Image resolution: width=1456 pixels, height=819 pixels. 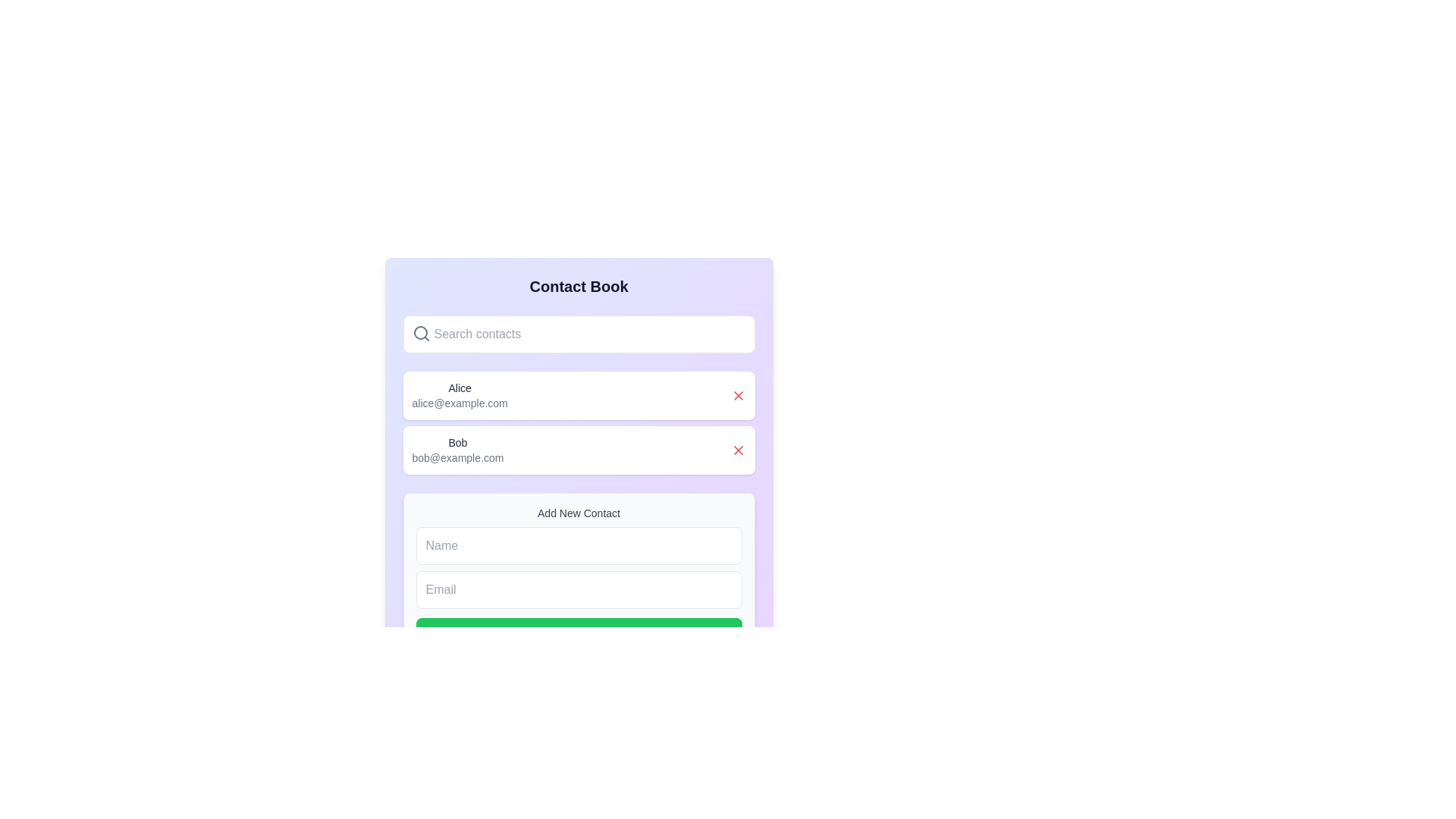 I want to click on text in the text display area that shows the name and email address of the contact in the second contact card from the top in the contact list section, so click(x=457, y=450).